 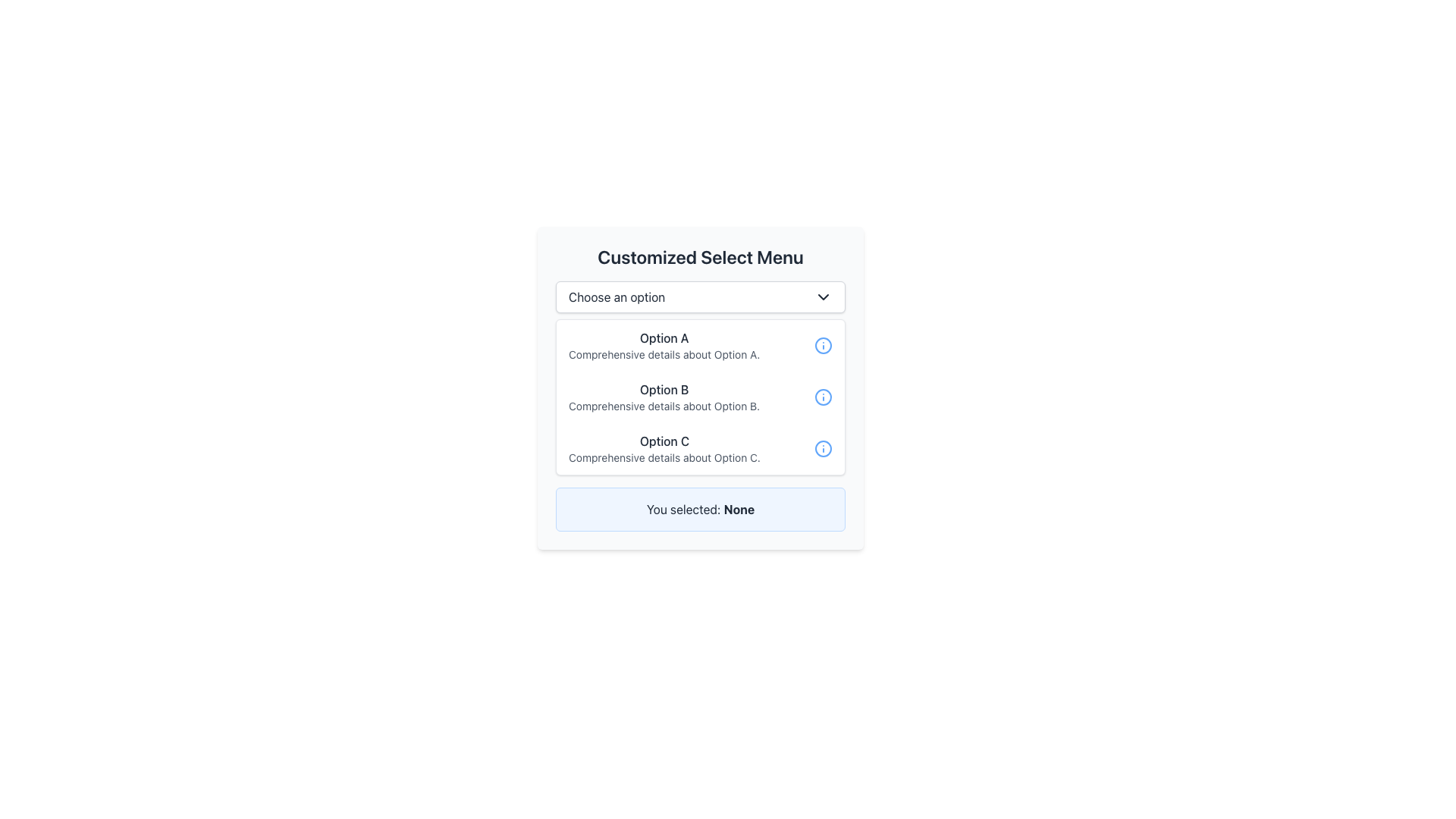 I want to click on the second menu option located beneath the 'Choose an option' dropdown, so click(x=700, y=397).